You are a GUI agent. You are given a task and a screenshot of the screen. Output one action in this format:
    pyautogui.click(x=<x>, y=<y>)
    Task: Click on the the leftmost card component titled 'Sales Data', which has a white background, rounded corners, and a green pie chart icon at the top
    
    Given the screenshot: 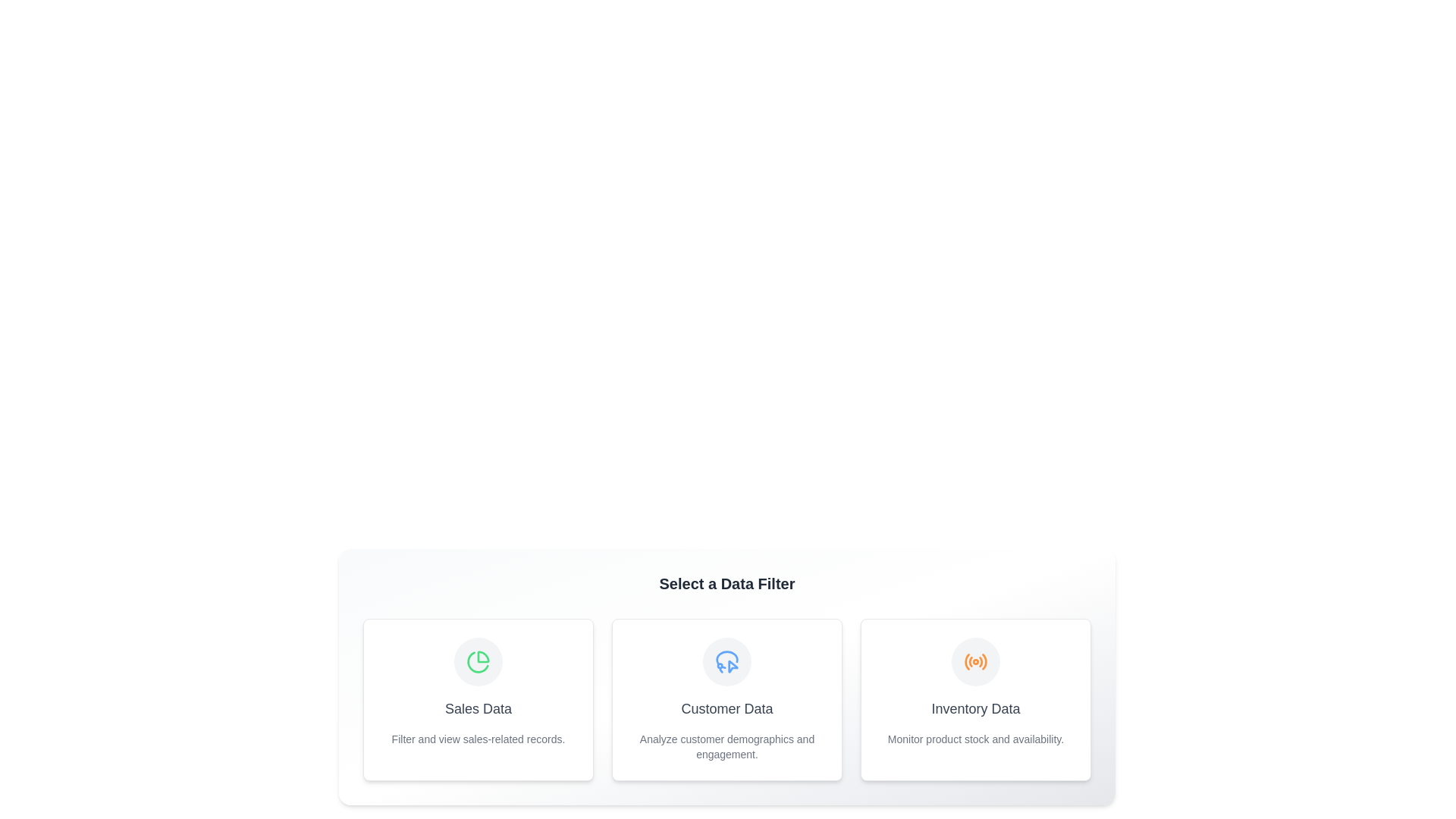 What is the action you would take?
    pyautogui.click(x=477, y=699)
    